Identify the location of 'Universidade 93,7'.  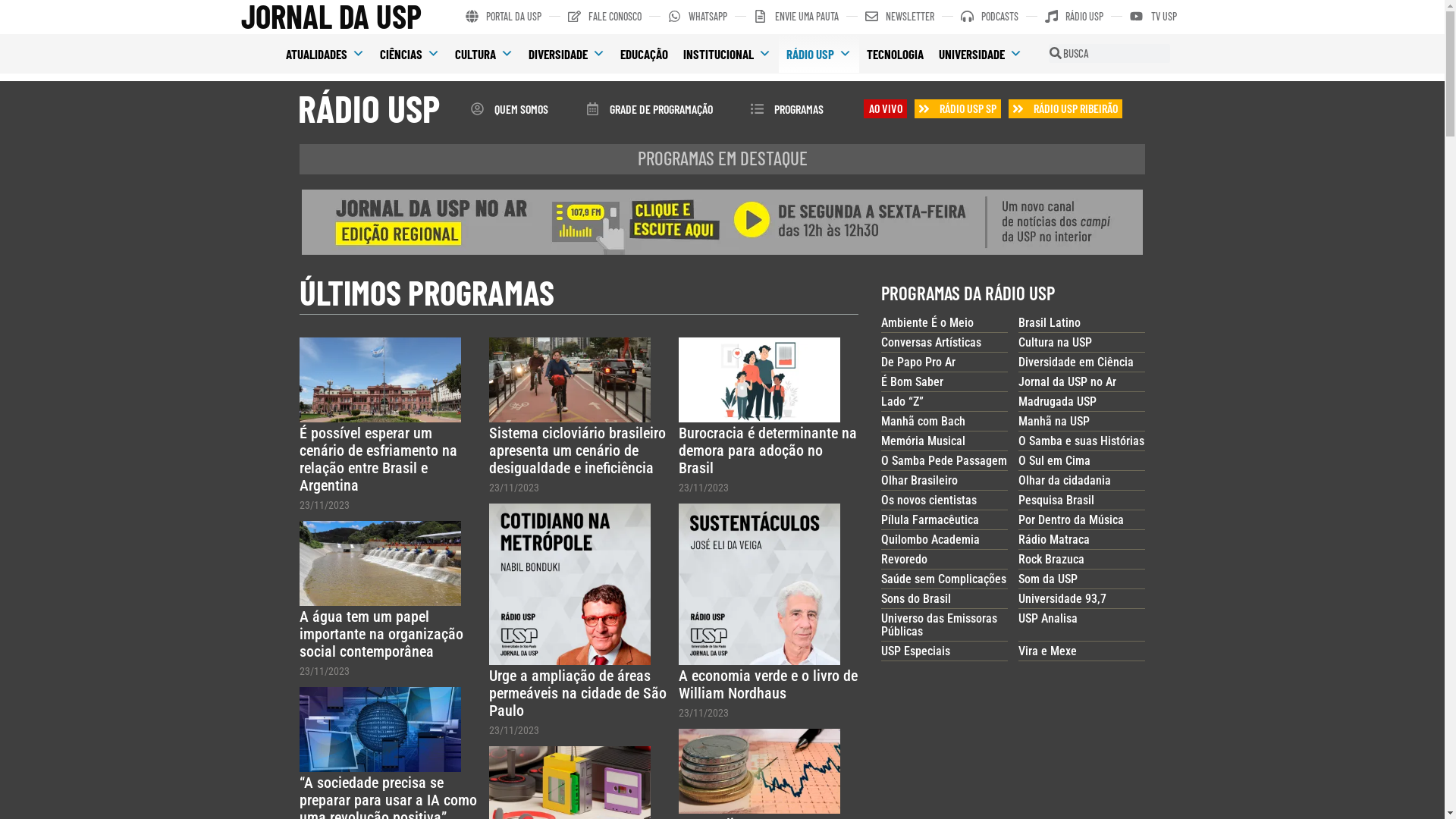
(1062, 598).